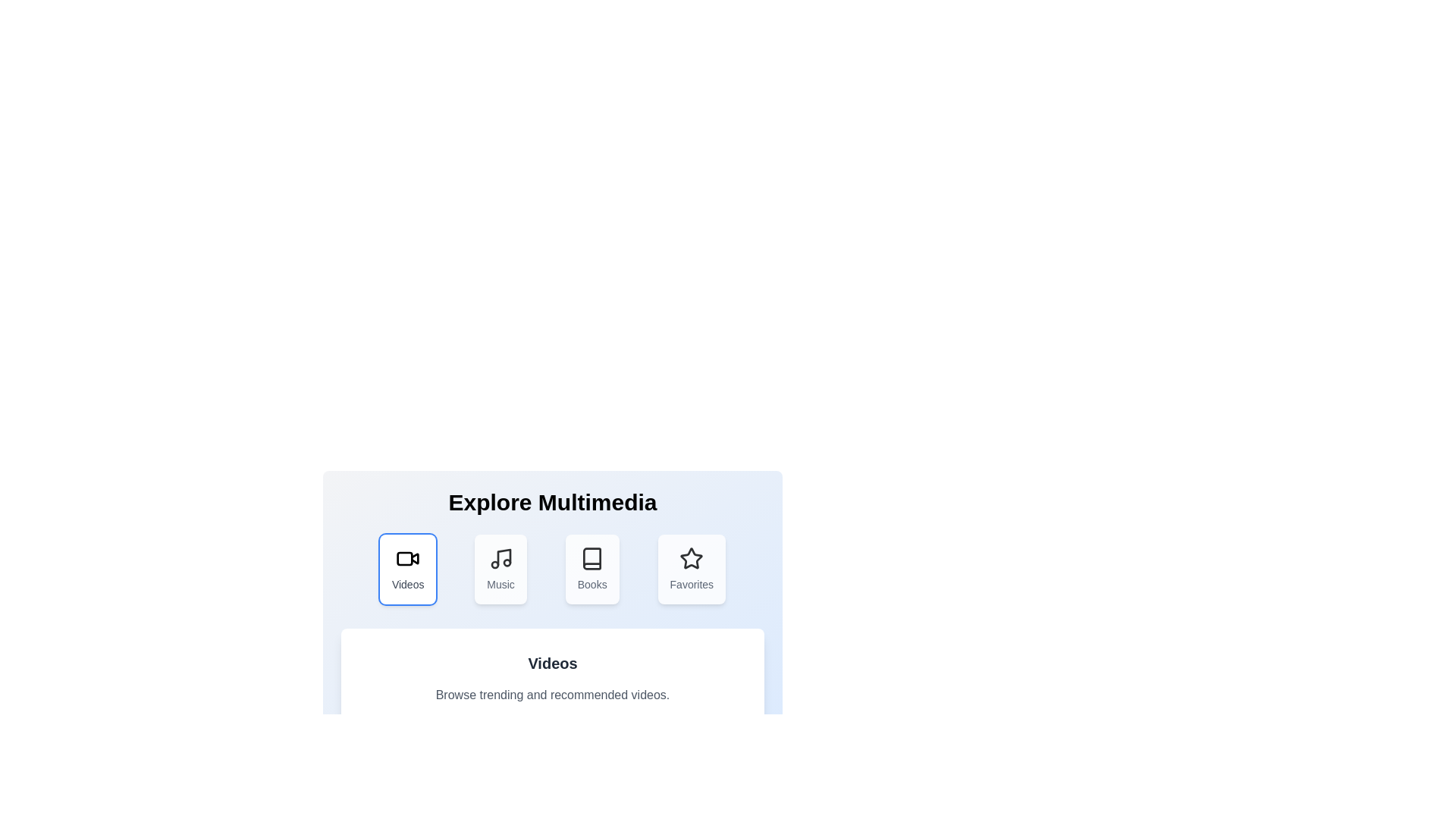  What do you see at coordinates (591, 570) in the screenshot?
I see `the tab labeled Books to view its content` at bounding box center [591, 570].